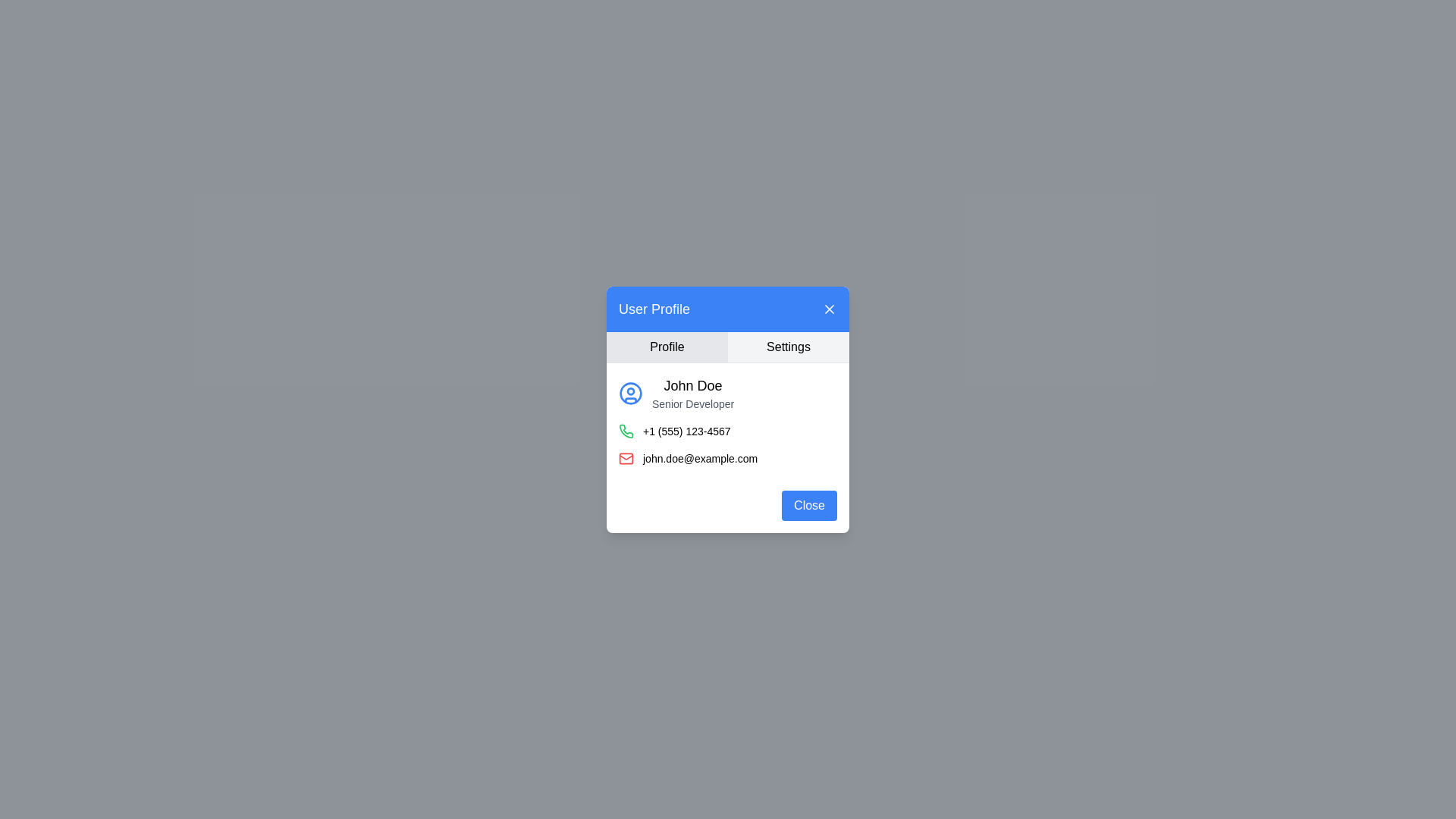  Describe the element at coordinates (626, 455) in the screenshot. I see `the envelope icon which is a decorative part of the email contact option in the profile display window` at that location.